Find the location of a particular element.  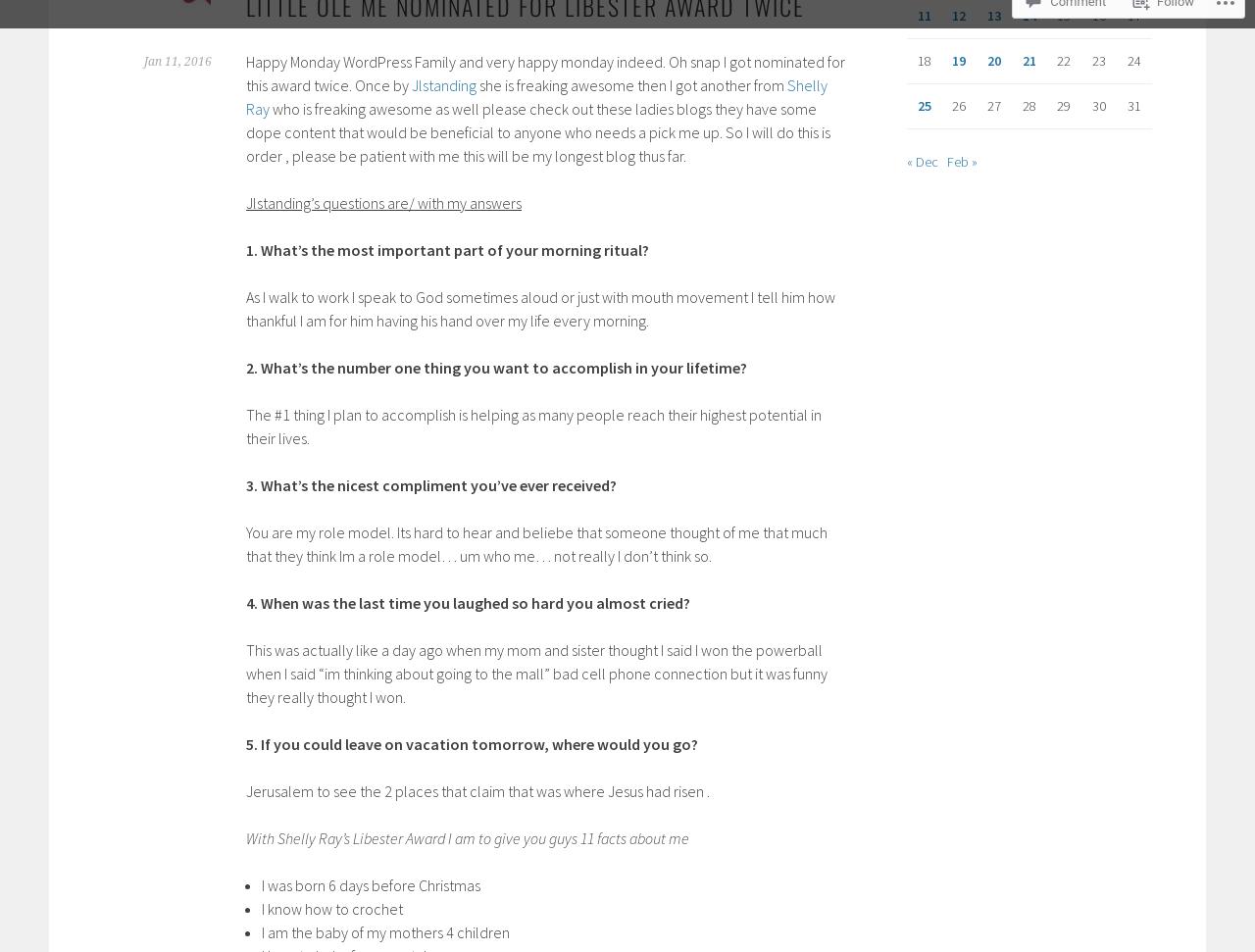

'20' is located at coordinates (992, 60).